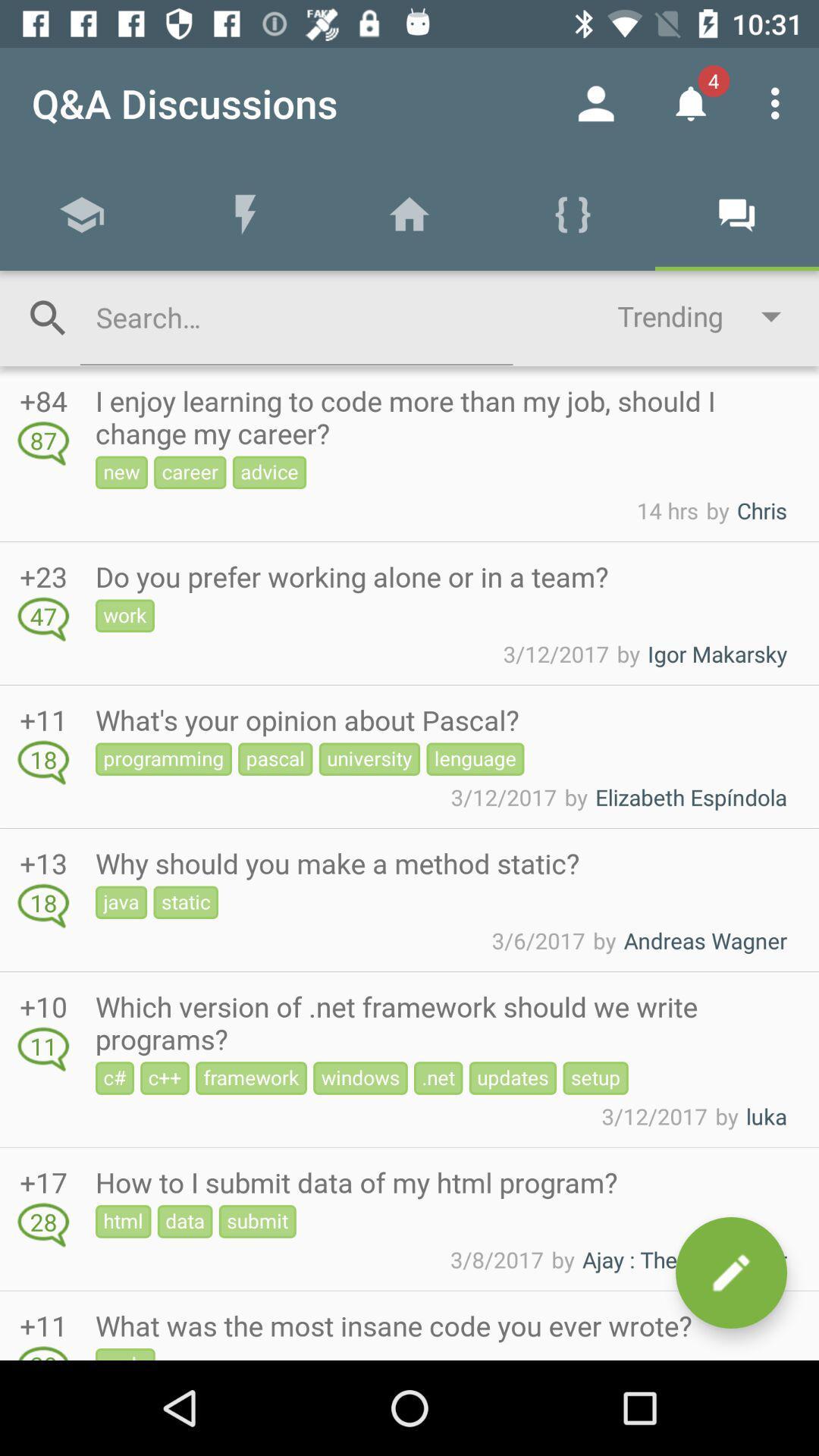 The width and height of the screenshot is (819, 1456). What do you see at coordinates (730, 1272) in the screenshot?
I see `compose` at bounding box center [730, 1272].